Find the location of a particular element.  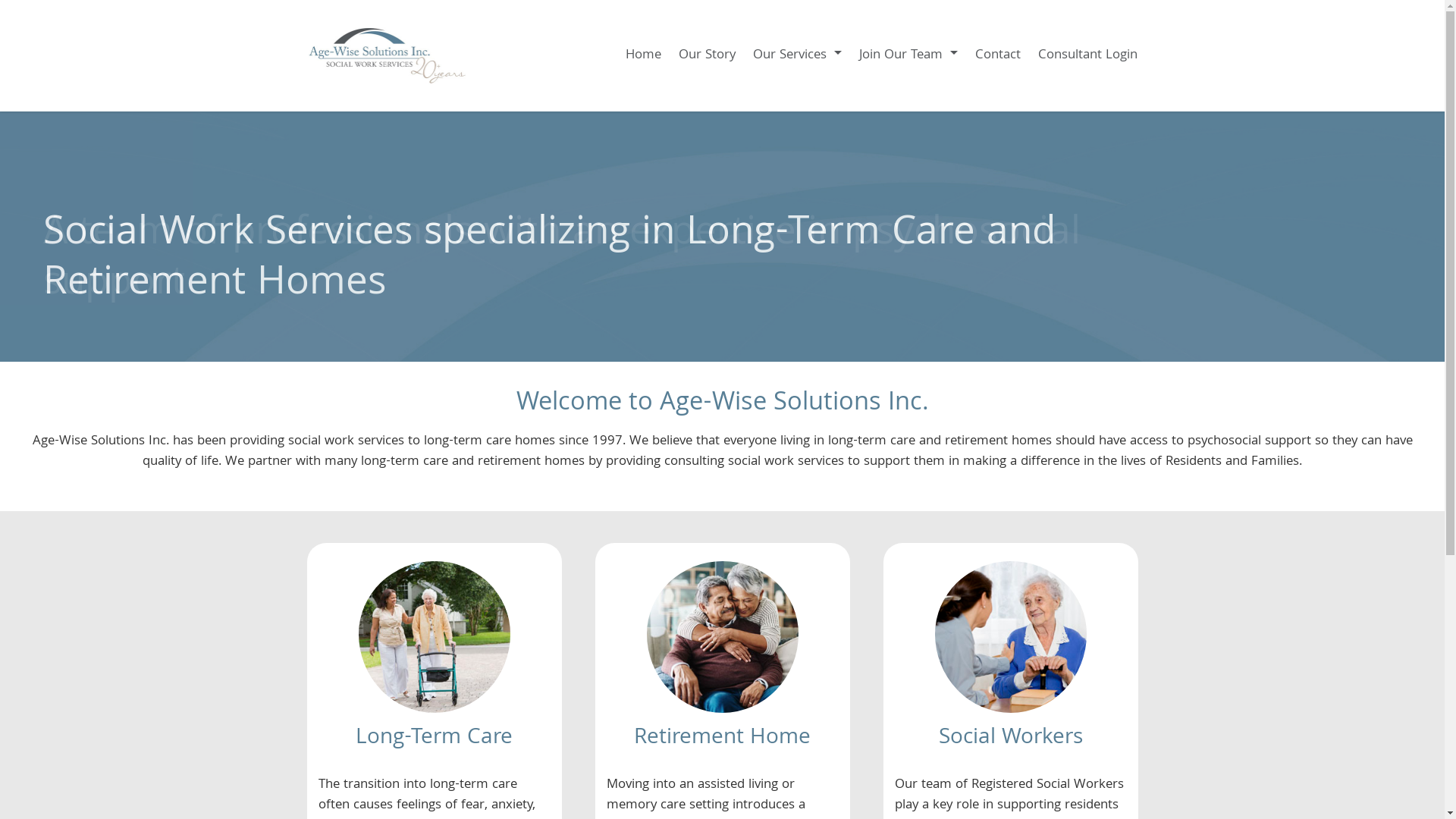

'Join Our Team' is located at coordinates (905, 55).